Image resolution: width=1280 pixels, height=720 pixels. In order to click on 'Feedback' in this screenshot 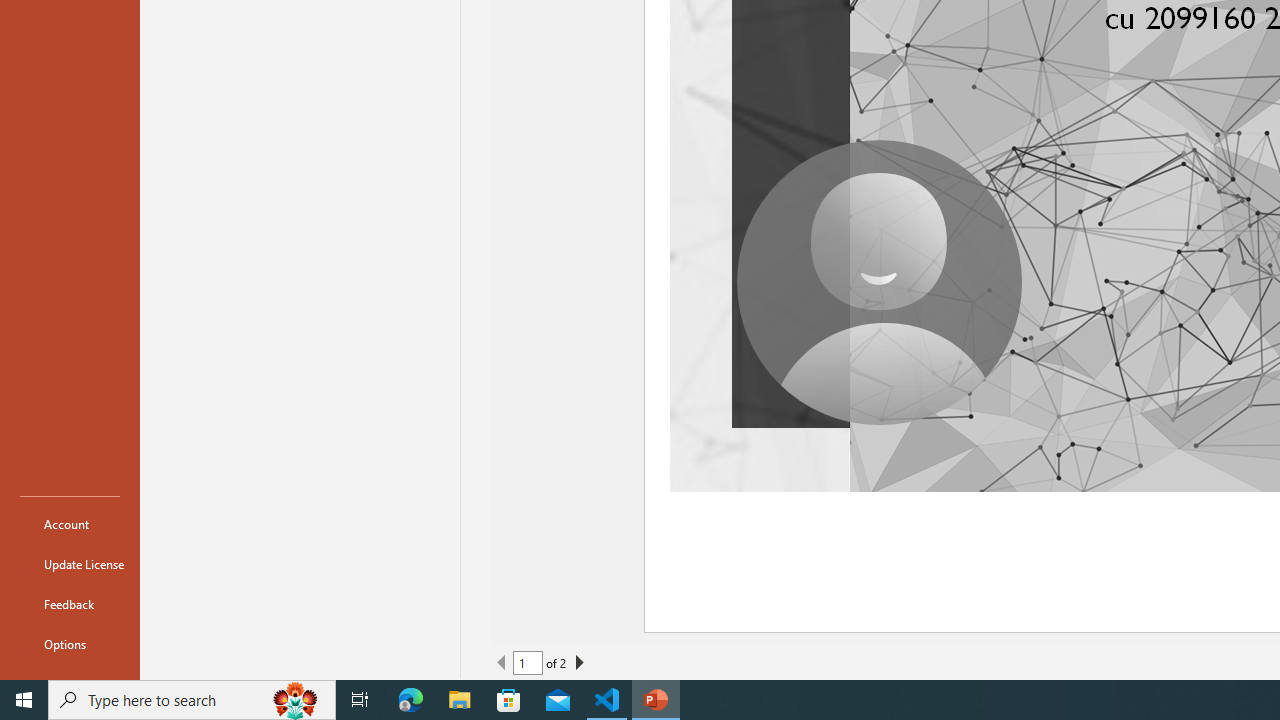, I will do `click(69, 603)`.